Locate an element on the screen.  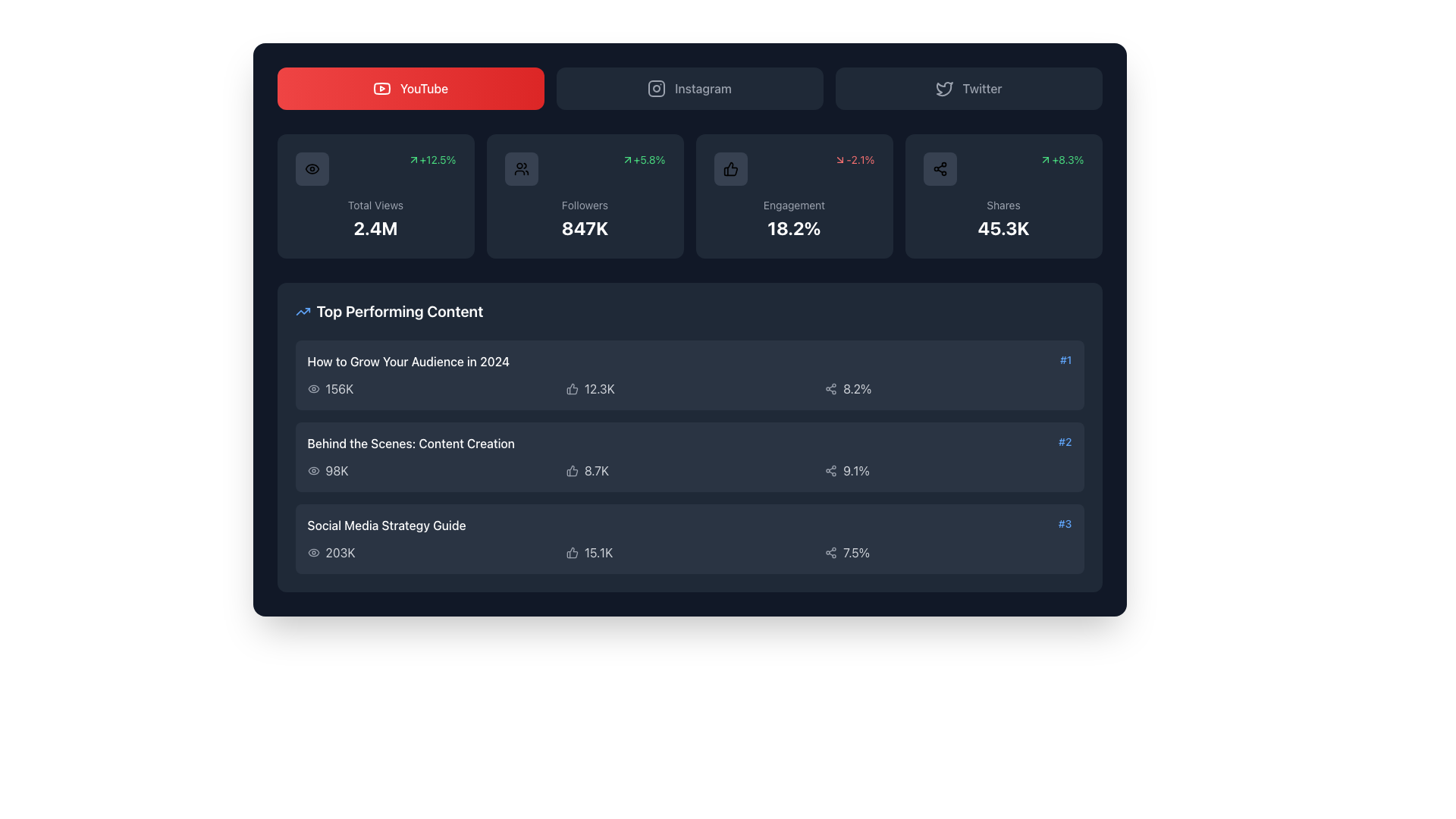
the share-related icon located in row '#2 Behind the Scenes: Content Creation', to the left of '9.1%' is located at coordinates (830, 470).